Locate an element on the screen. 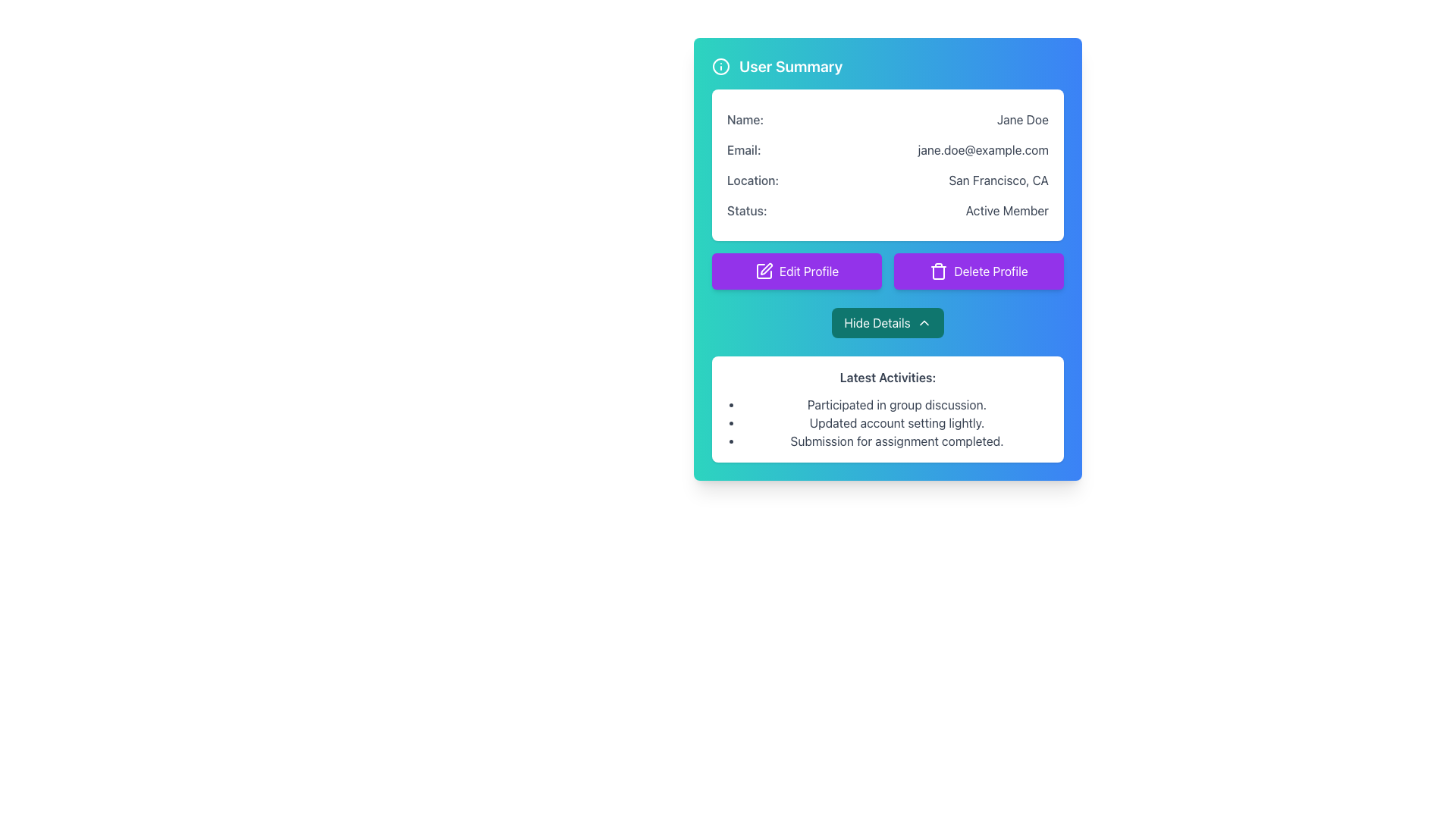 Image resolution: width=1456 pixels, height=819 pixels. Label with an icon located in the top-left corner of the card section, summarizing its contents and providing a quick reference for users is located at coordinates (777, 66).